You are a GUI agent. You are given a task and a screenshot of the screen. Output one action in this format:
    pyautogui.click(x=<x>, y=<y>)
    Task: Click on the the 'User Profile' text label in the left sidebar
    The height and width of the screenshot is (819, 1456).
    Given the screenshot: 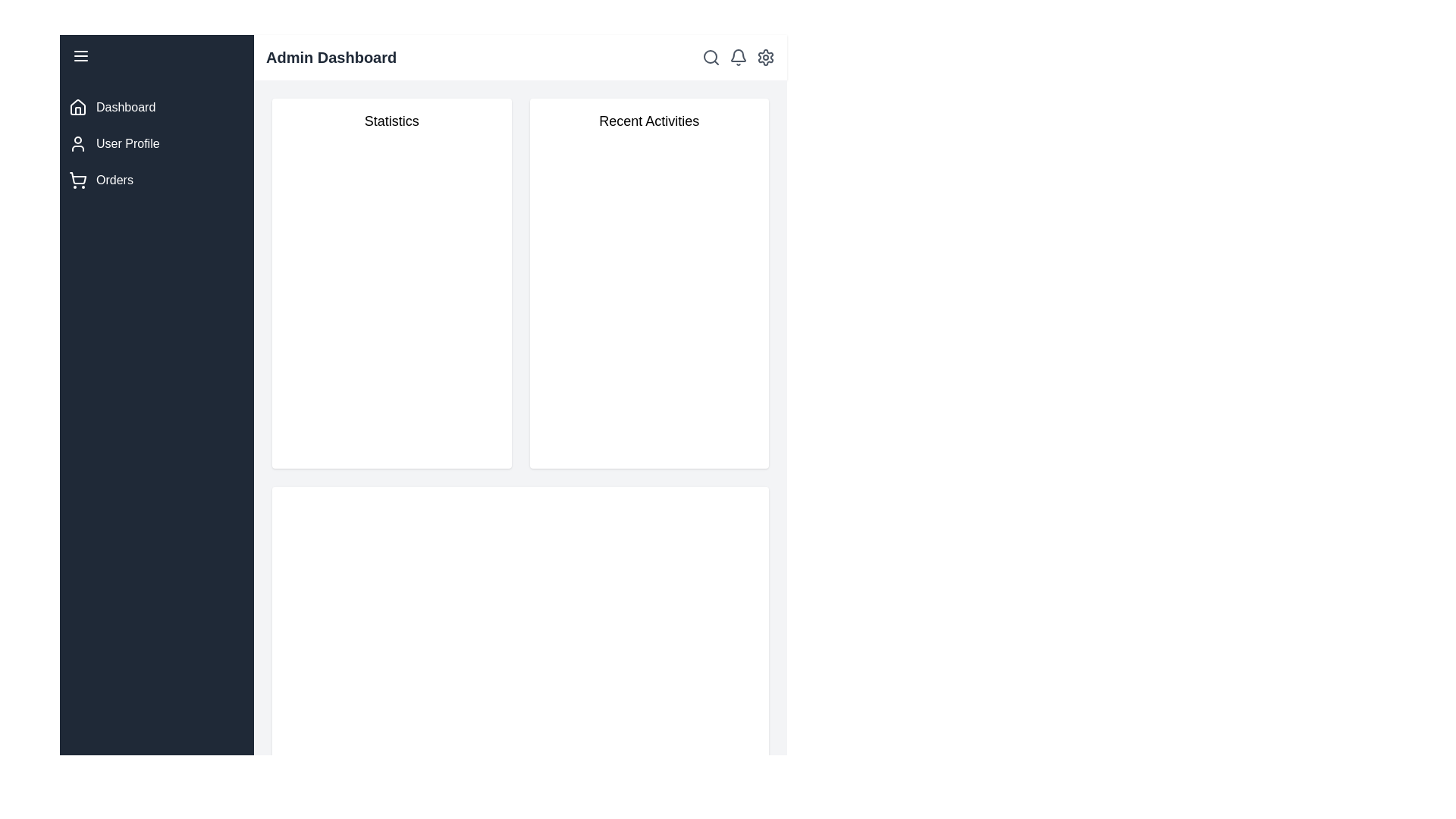 What is the action you would take?
    pyautogui.click(x=127, y=143)
    